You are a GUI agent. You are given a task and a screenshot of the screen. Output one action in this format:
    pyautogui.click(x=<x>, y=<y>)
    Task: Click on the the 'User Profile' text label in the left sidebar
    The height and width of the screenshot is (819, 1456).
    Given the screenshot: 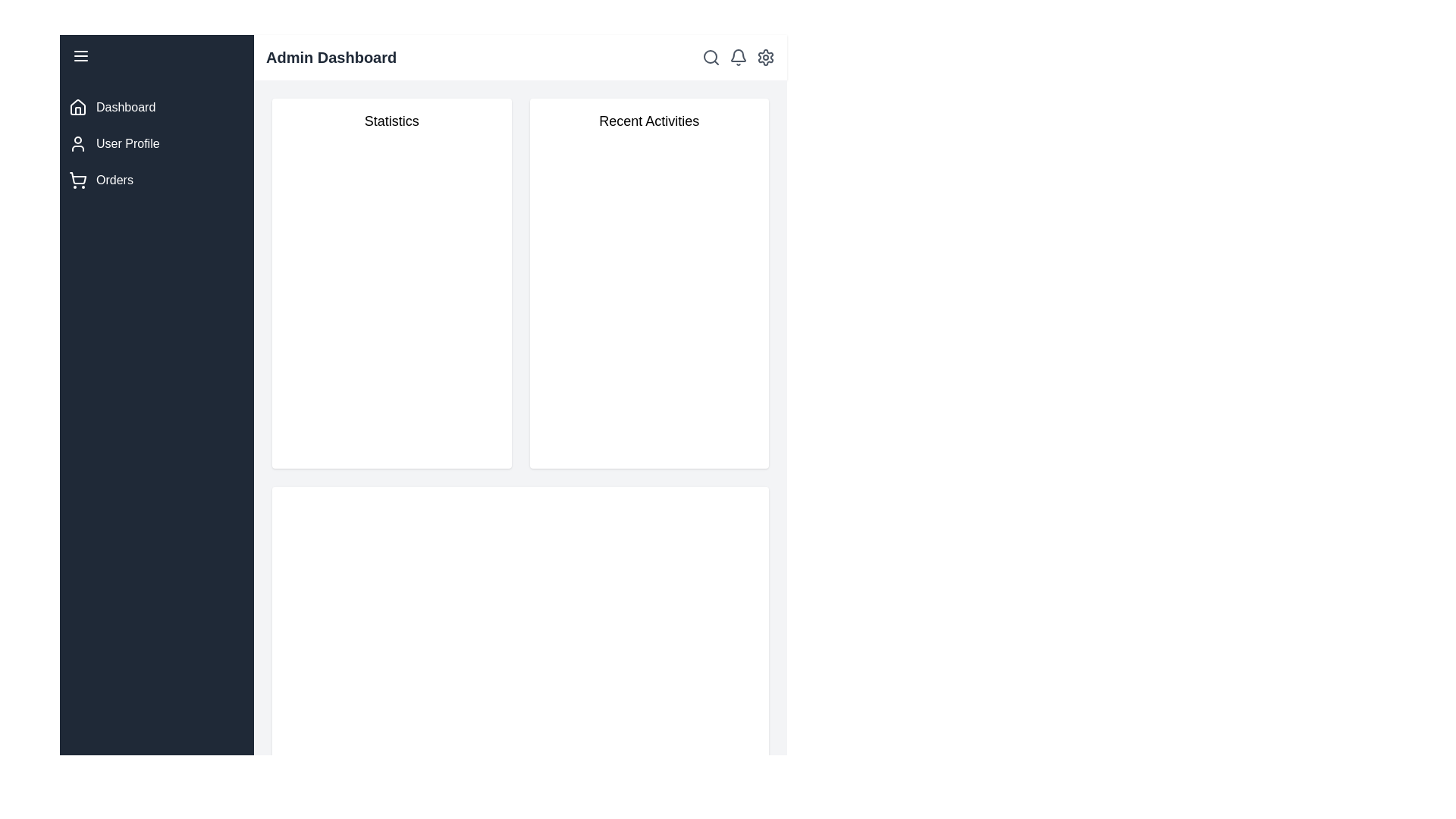 What is the action you would take?
    pyautogui.click(x=127, y=143)
    